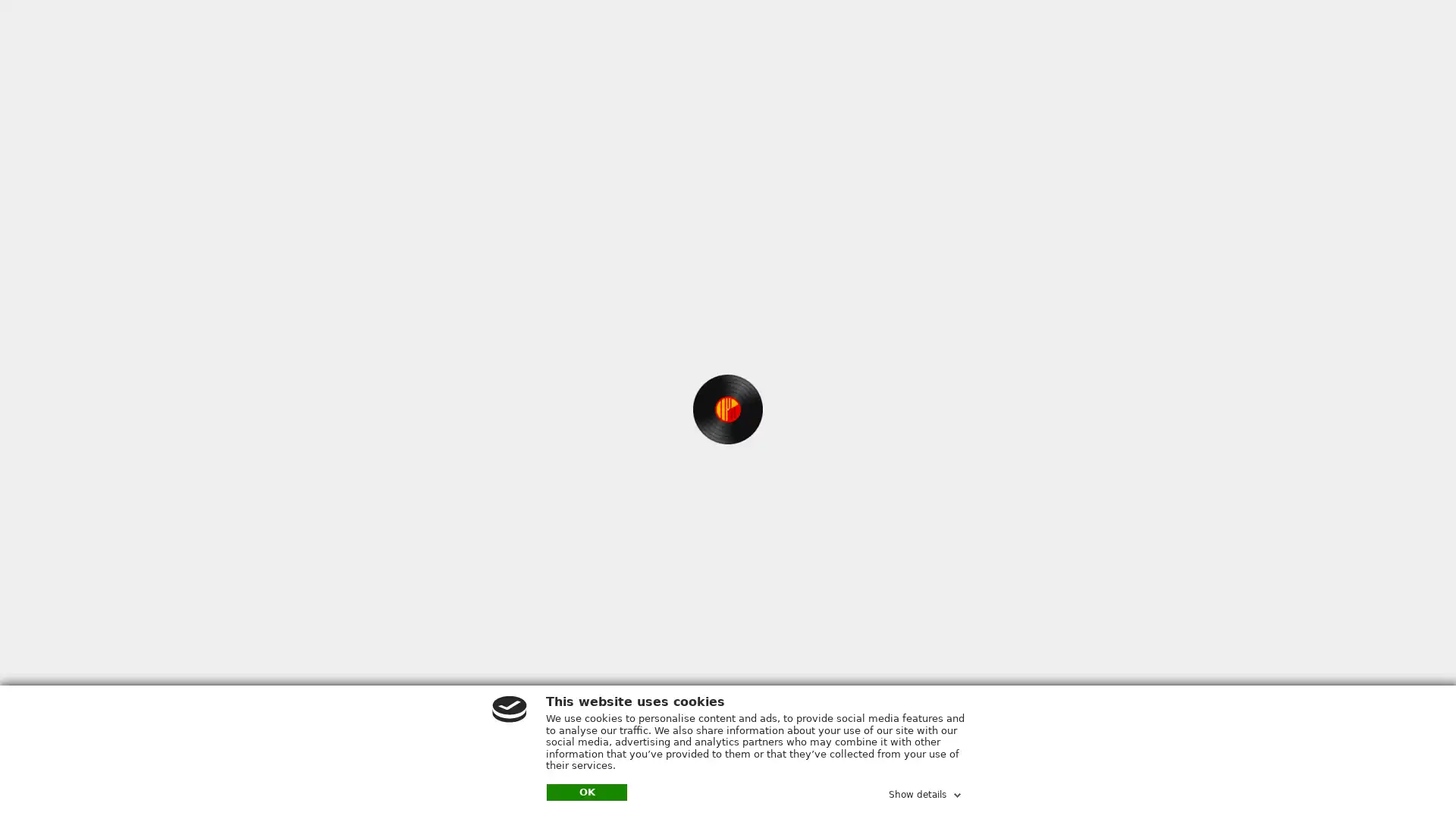 The width and height of the screenshot is (1456, 819). Describe the element at coordinates (617, 30) in the screenshot. I see `All Products` at that location.